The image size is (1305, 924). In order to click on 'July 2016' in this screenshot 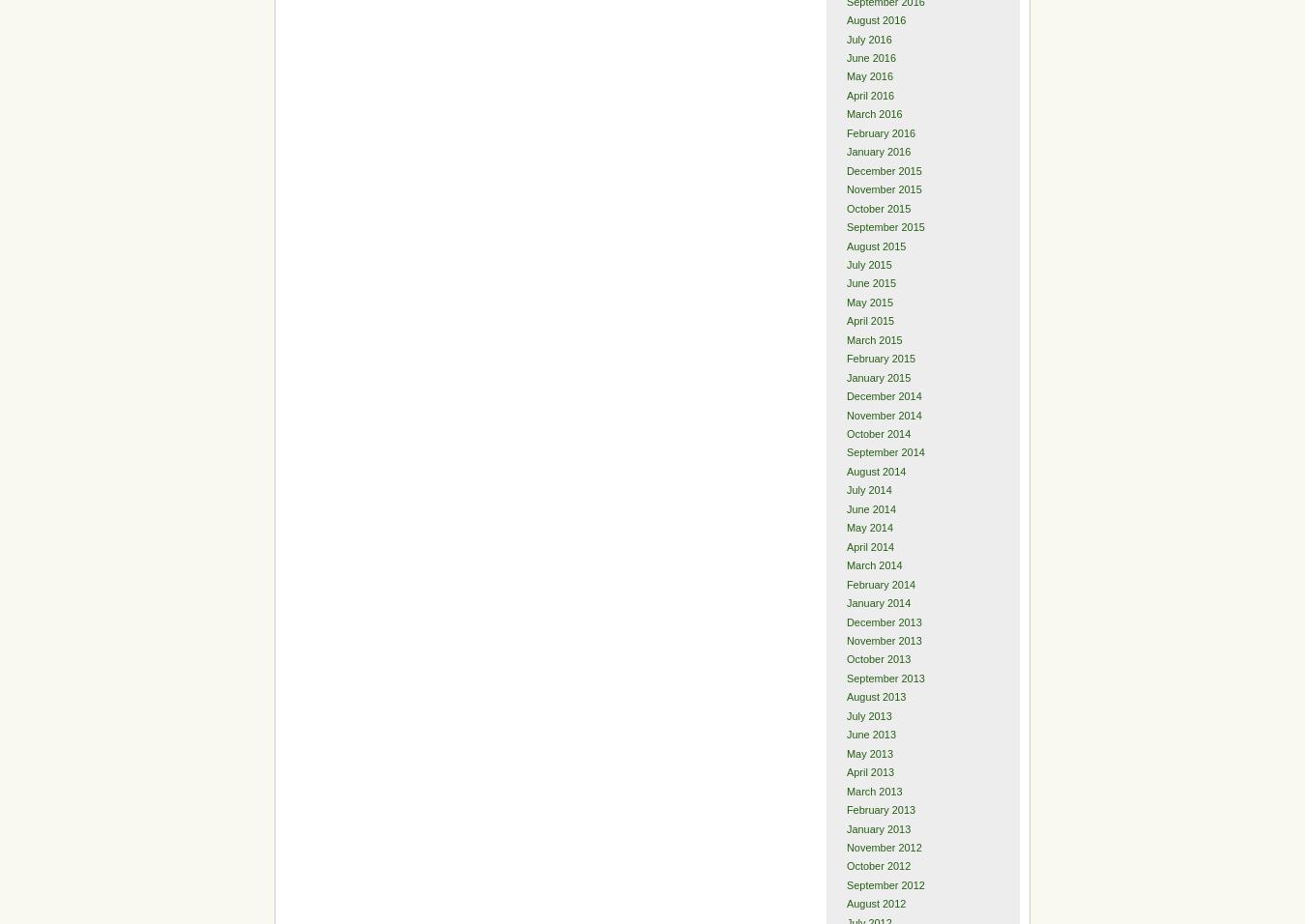, I will do `click(868, 37)`.